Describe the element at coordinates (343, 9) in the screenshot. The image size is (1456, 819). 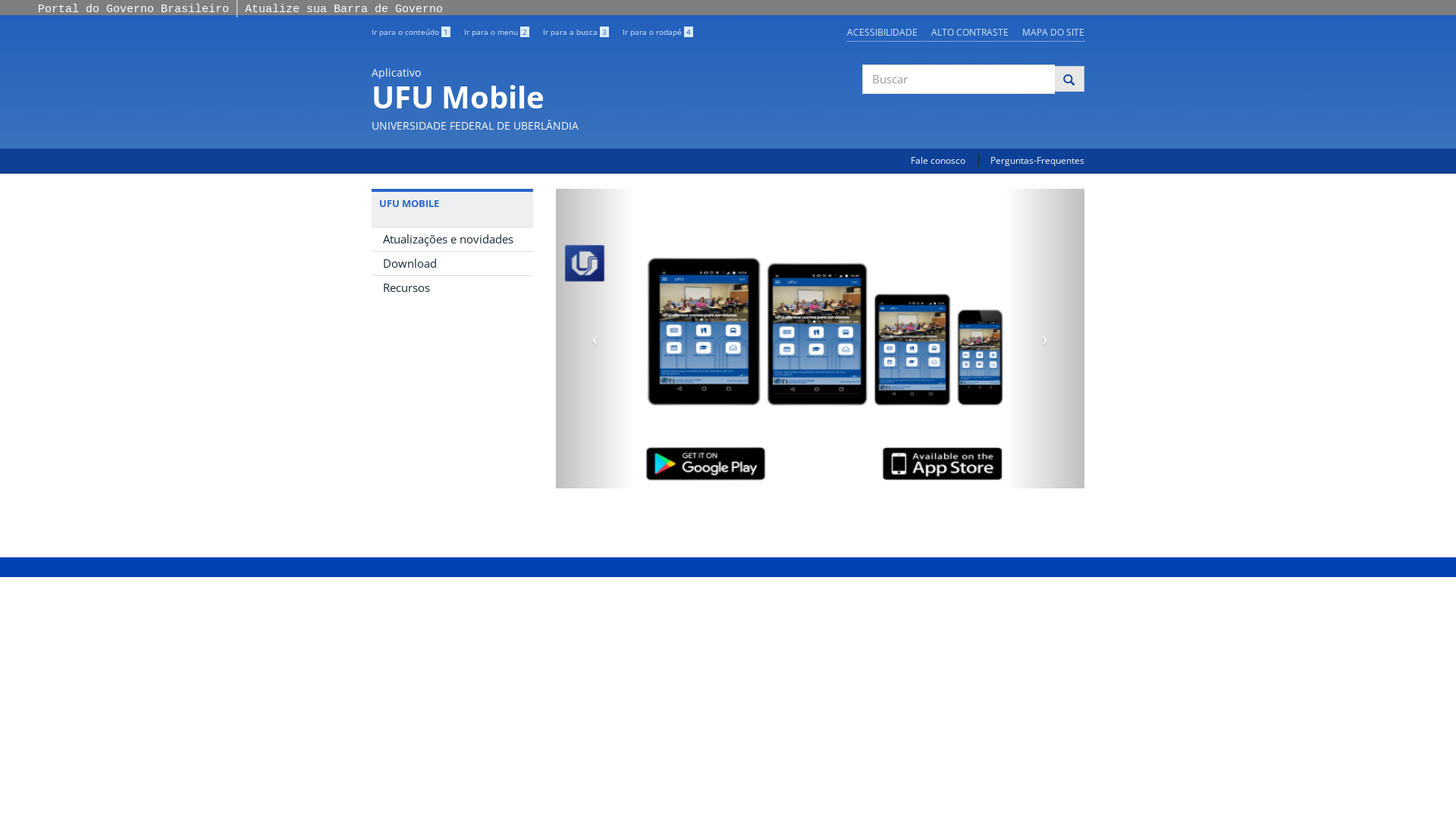
I see `'Atualize sua Barra de Governo'` at that location.